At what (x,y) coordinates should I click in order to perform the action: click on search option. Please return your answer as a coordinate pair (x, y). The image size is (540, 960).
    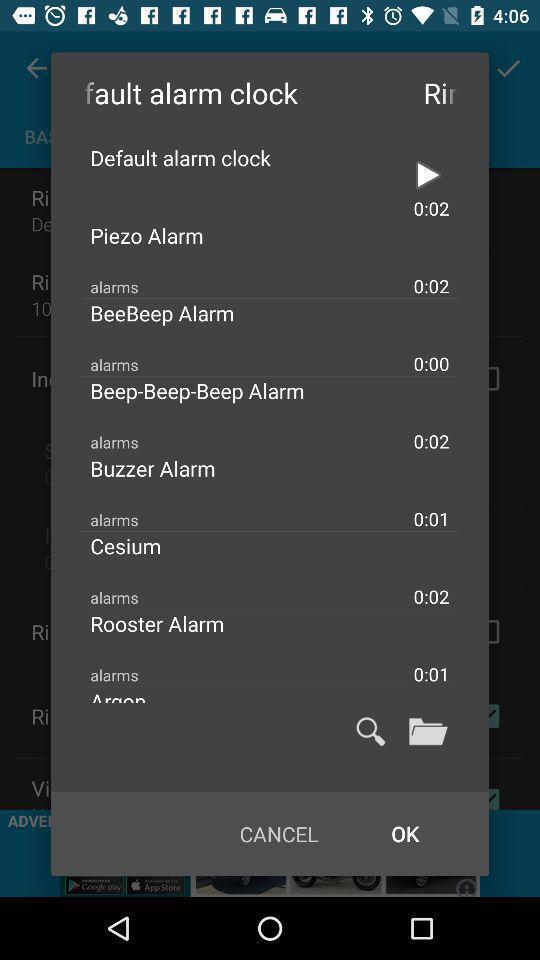
    Looking at the image, I should click on (369, 730).